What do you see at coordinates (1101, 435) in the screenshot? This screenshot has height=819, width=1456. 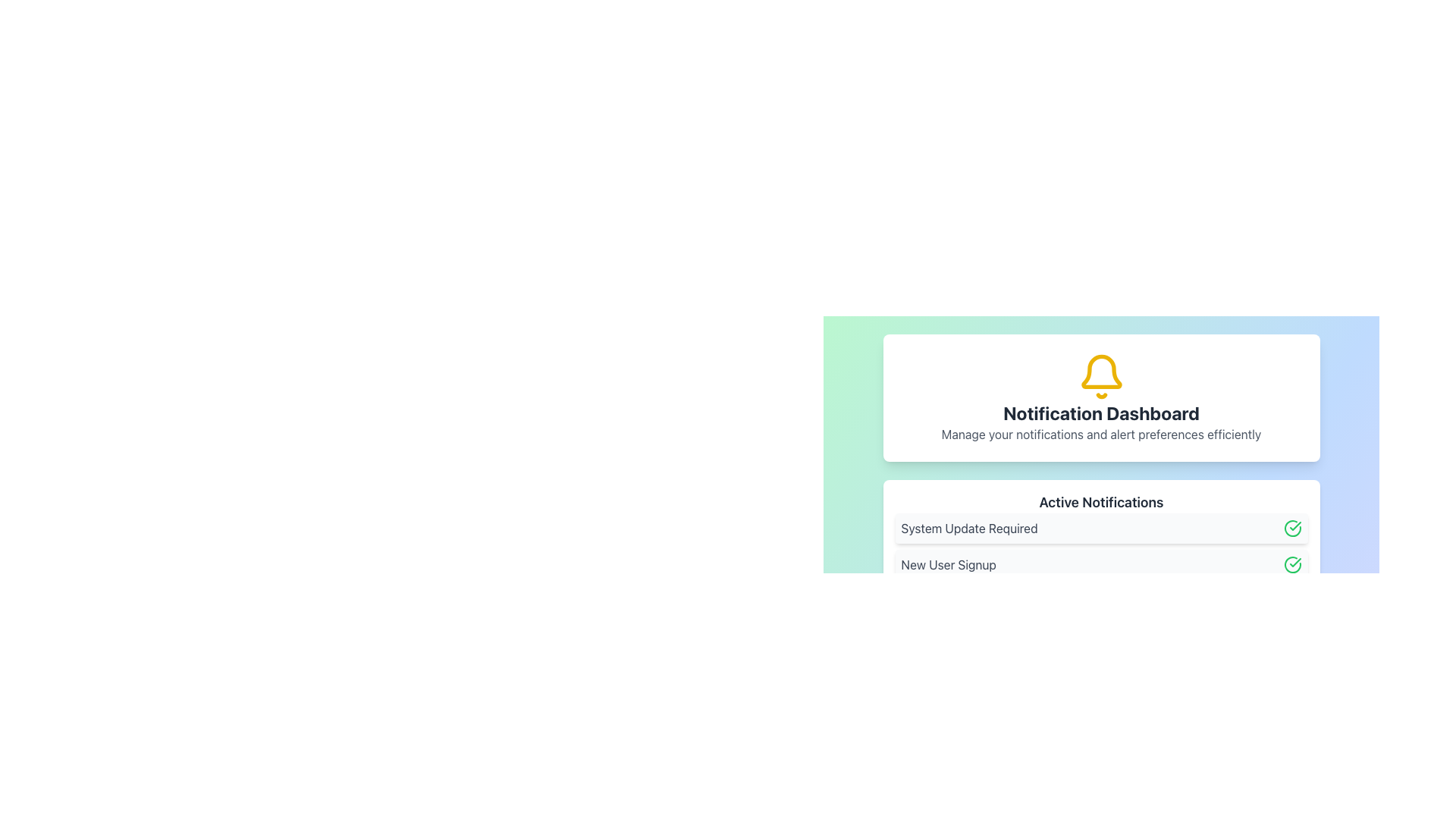 I see `the text label that describes the purpose of the 'Notification Dashboard' section, which is located within a white card, below the bold title 'Notification Dashboard' and above 'Active Notifications'` at bounding box center [1101, 435].